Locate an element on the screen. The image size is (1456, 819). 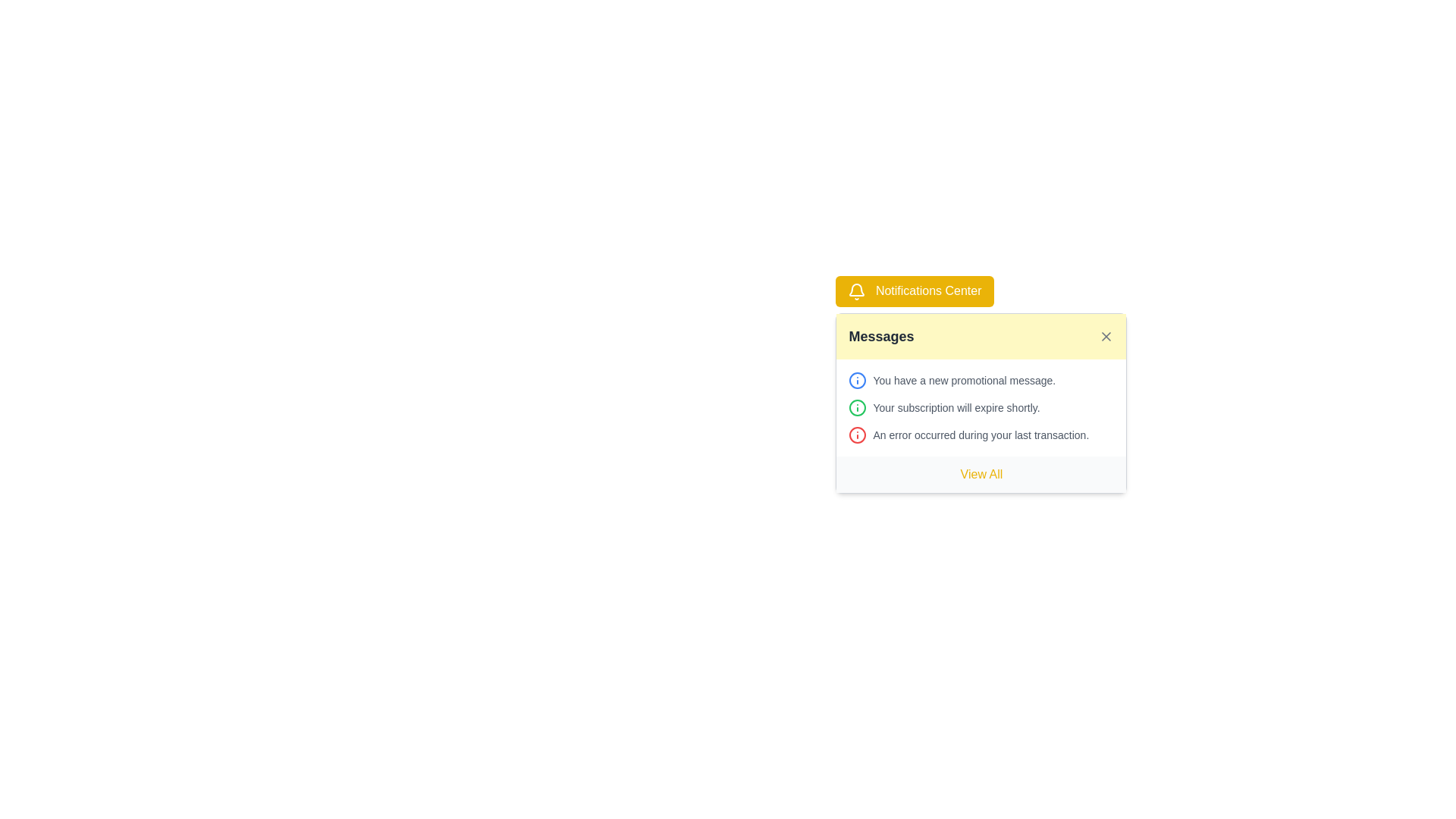
notifications displayed in the Notification modal located below the 'Notifications Center' button, which is styled with a bright yellow background is located at coordinates (981, 402).